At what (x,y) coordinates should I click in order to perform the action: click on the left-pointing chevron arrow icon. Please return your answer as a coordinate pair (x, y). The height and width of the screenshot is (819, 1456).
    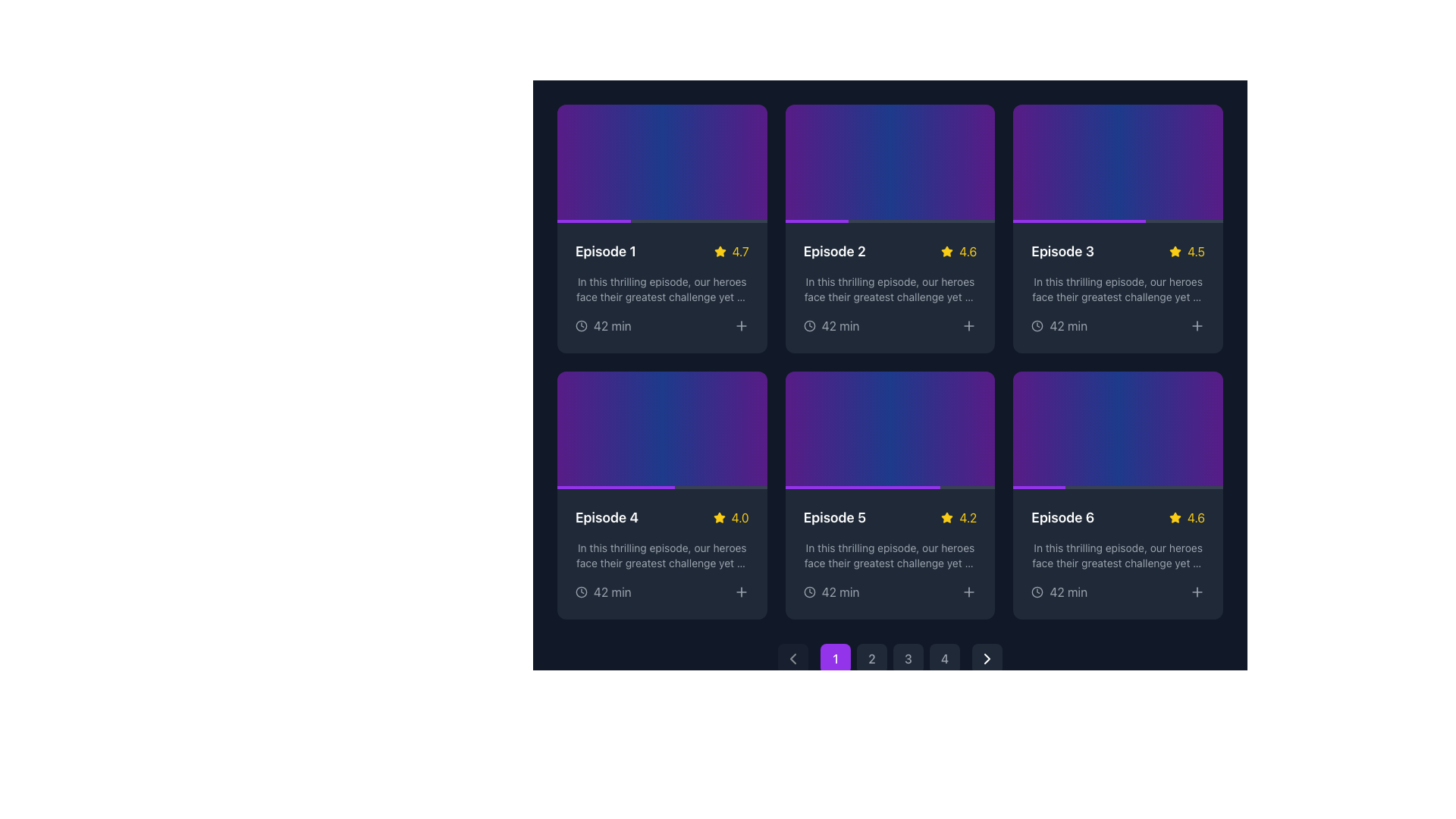
    Looking at the image, I should click on (792, 657).